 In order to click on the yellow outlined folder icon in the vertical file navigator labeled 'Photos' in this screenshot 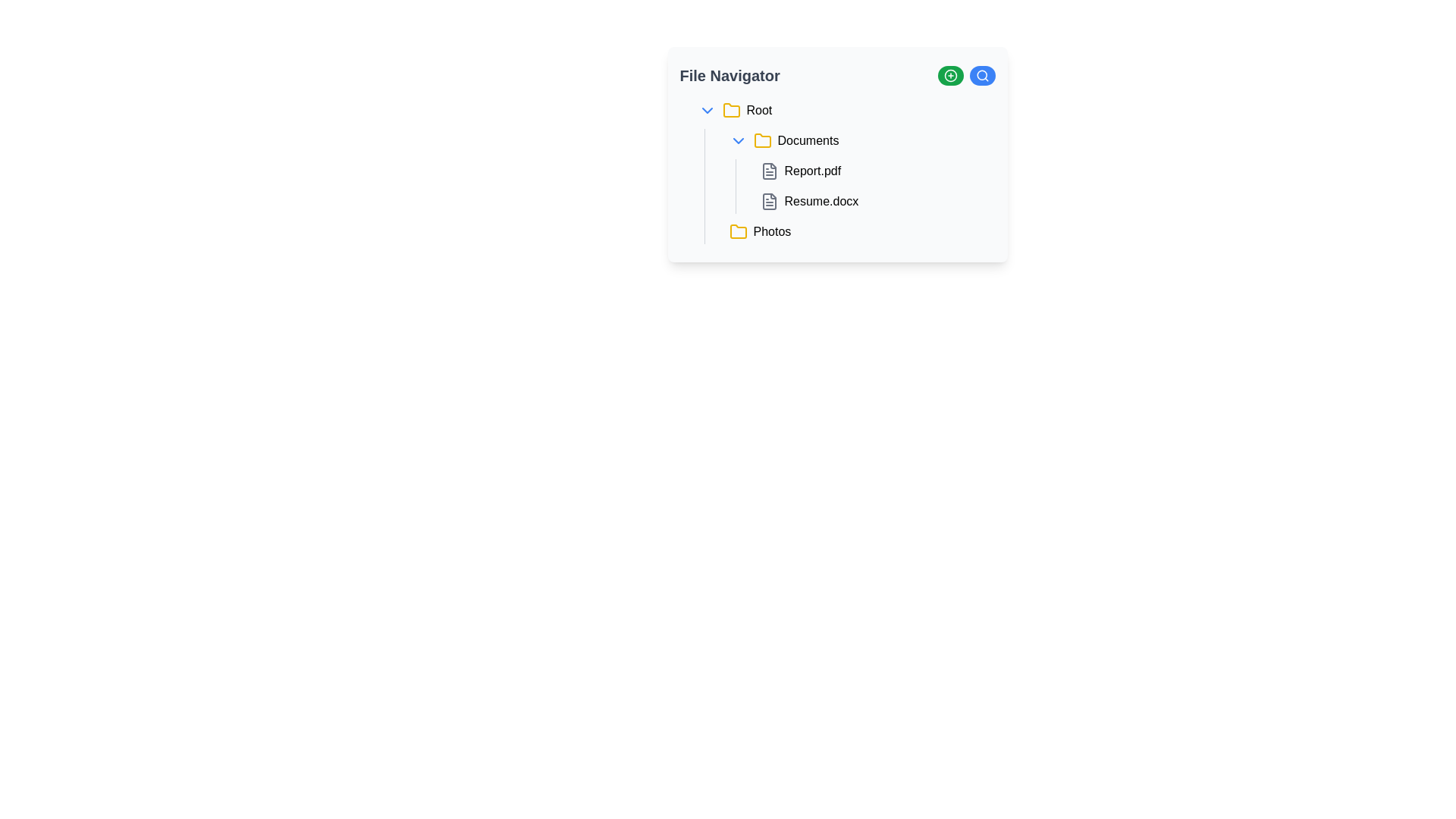, I will do `click(738, 231)`.